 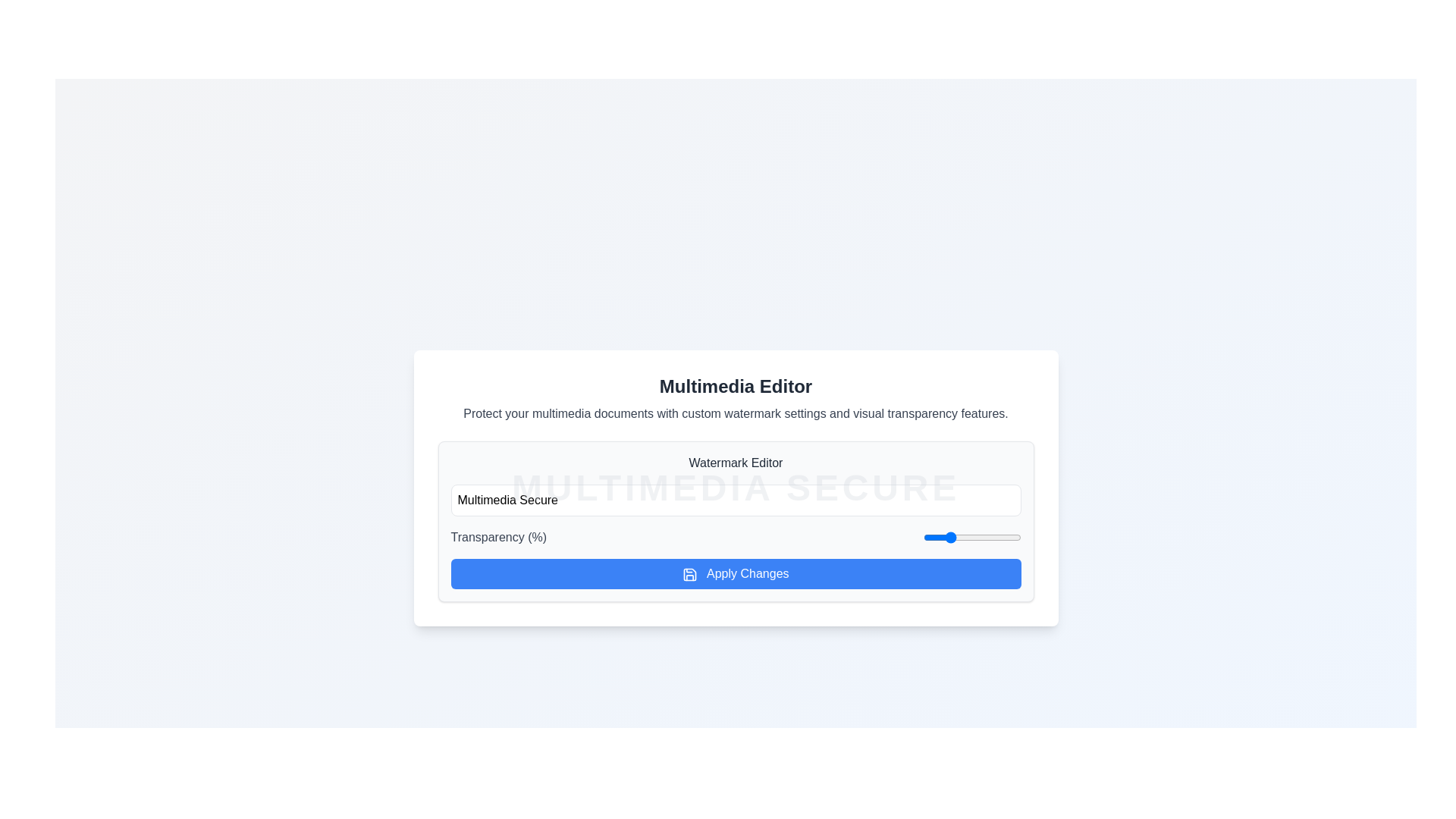 What do you see at coordinates (1015, 537) in the screenshot?
I see `the transparency slider` at bounding box center [1015, 537].